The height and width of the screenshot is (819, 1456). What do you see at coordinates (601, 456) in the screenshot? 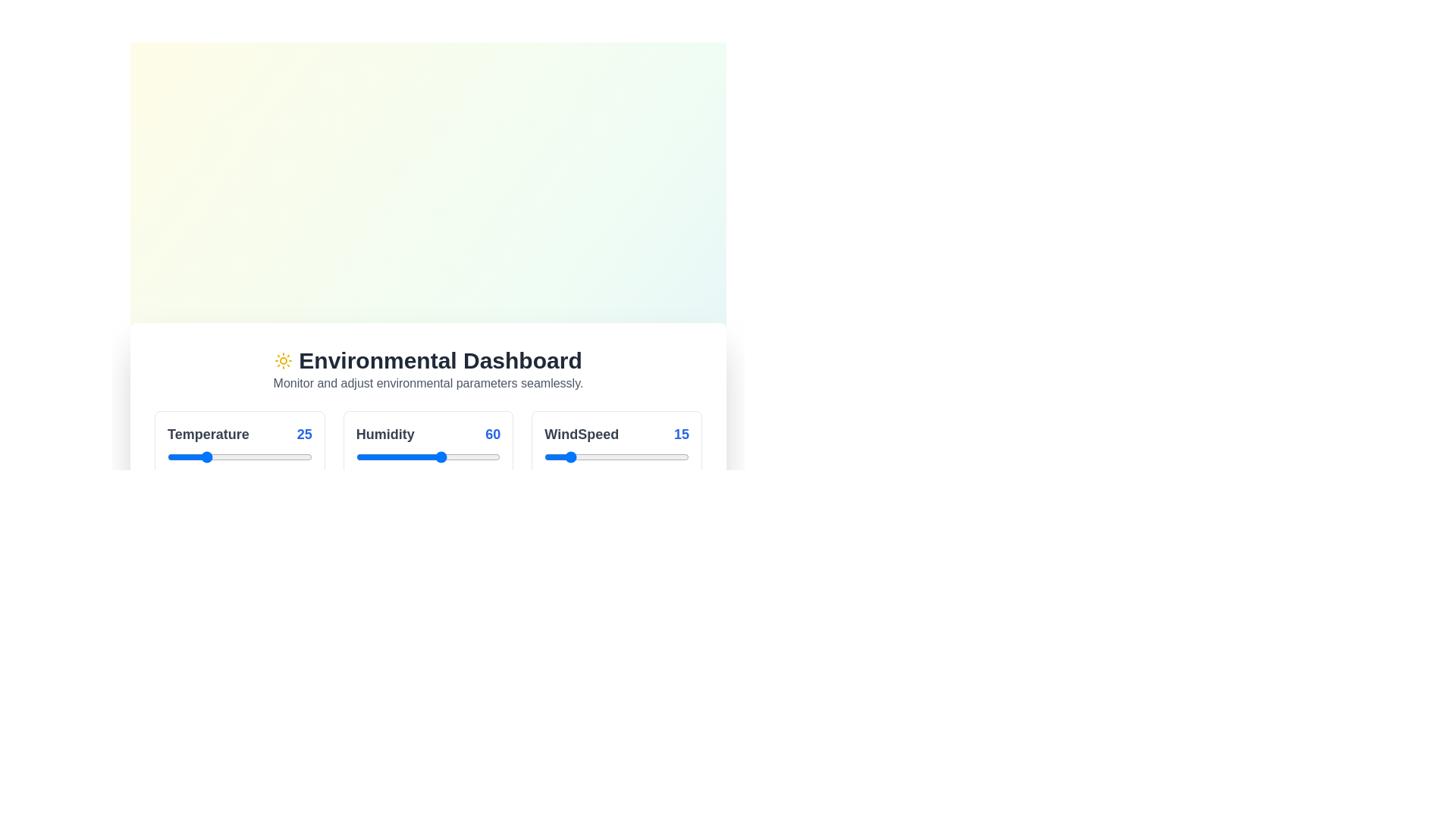
I see `the Wind Speed slider` at bounding box center [601, 456].